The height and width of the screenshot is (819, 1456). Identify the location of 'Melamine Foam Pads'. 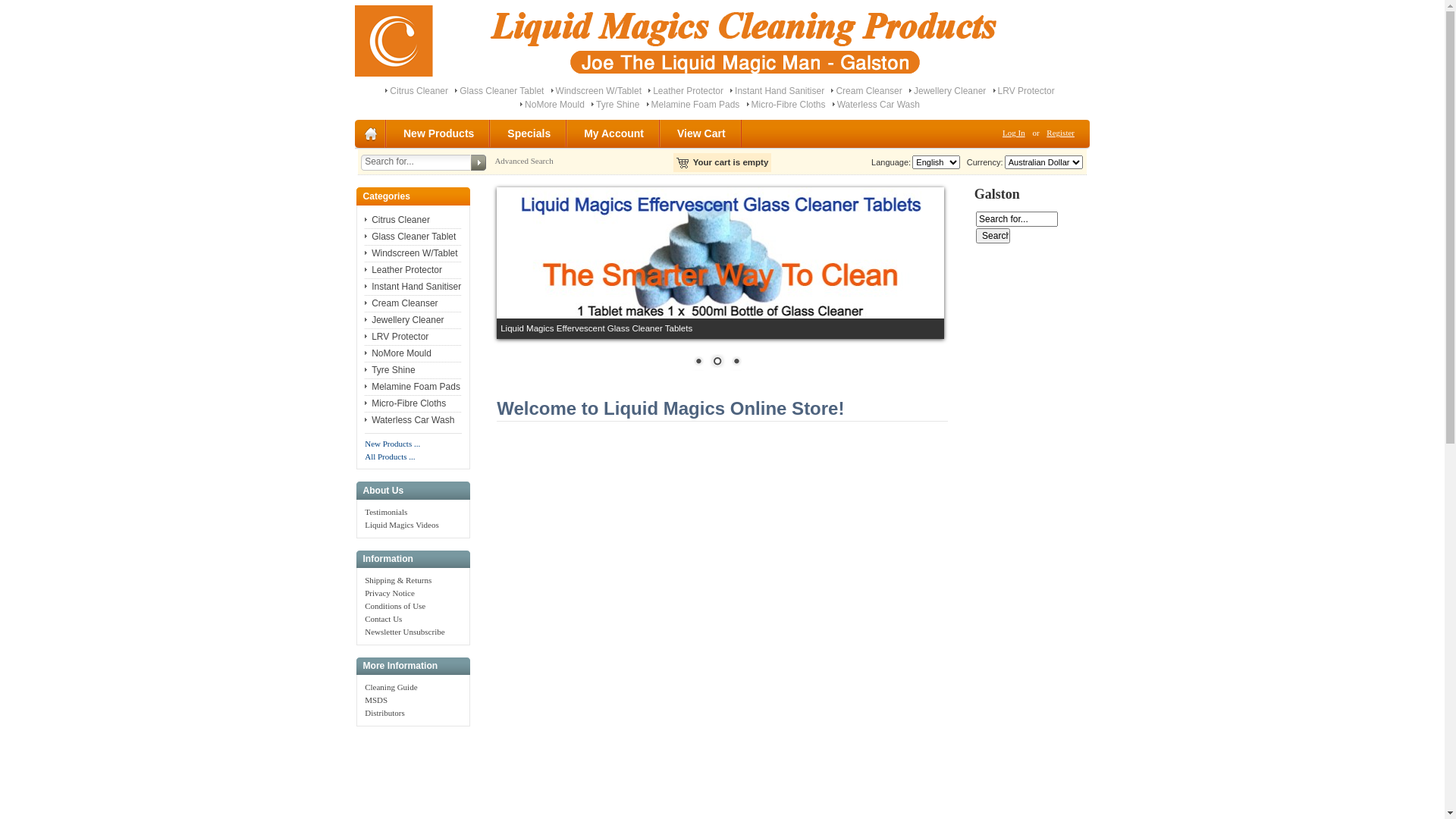
(695, 104).